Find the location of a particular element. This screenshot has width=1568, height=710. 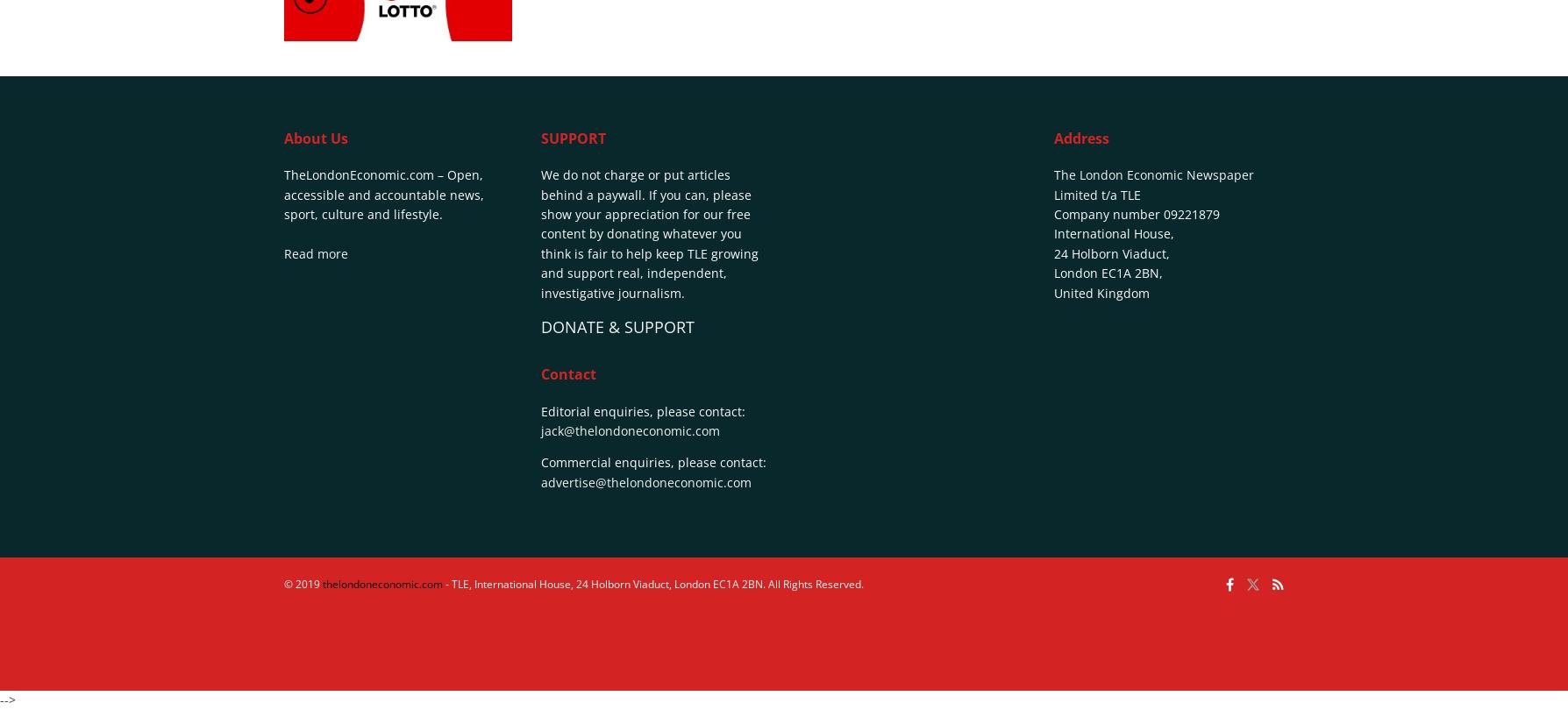

'Editorial enquiries, please contact:' is located at coordinates (641, 410).